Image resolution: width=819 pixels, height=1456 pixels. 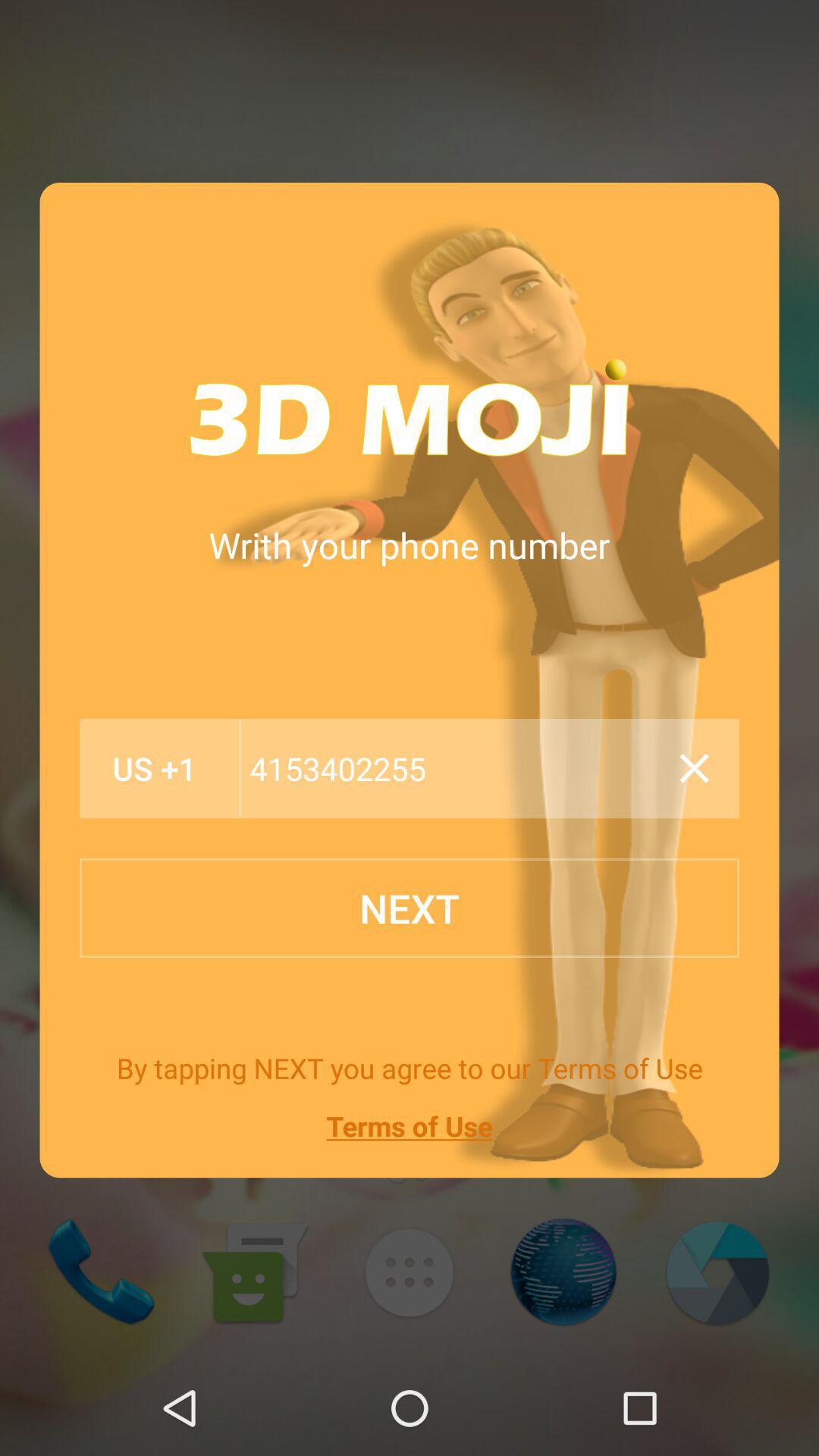 What do you see at coordinates (694, 768) in the screenshot?
I see `item above the next button` at bounding box center [694, 768].